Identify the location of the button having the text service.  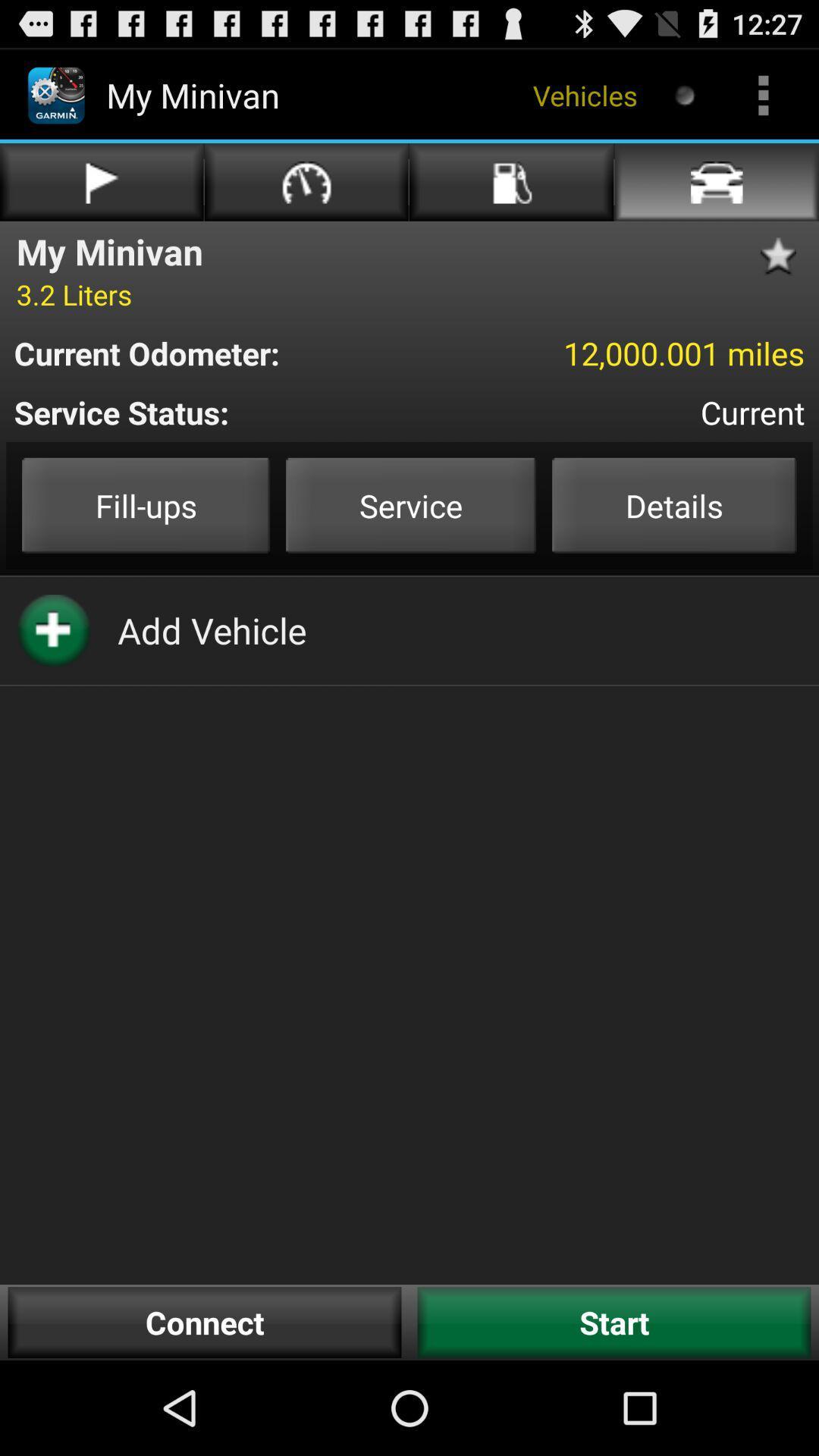
(411, 506).